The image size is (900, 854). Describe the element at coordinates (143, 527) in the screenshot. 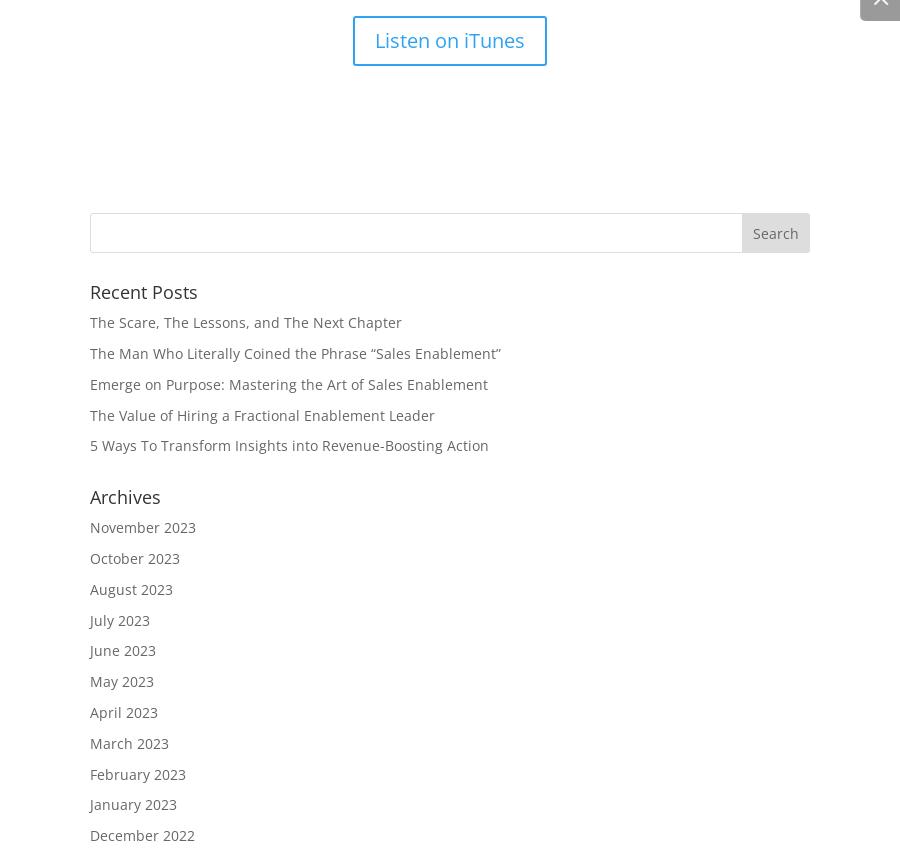

I see `'November 2023'` at that location.